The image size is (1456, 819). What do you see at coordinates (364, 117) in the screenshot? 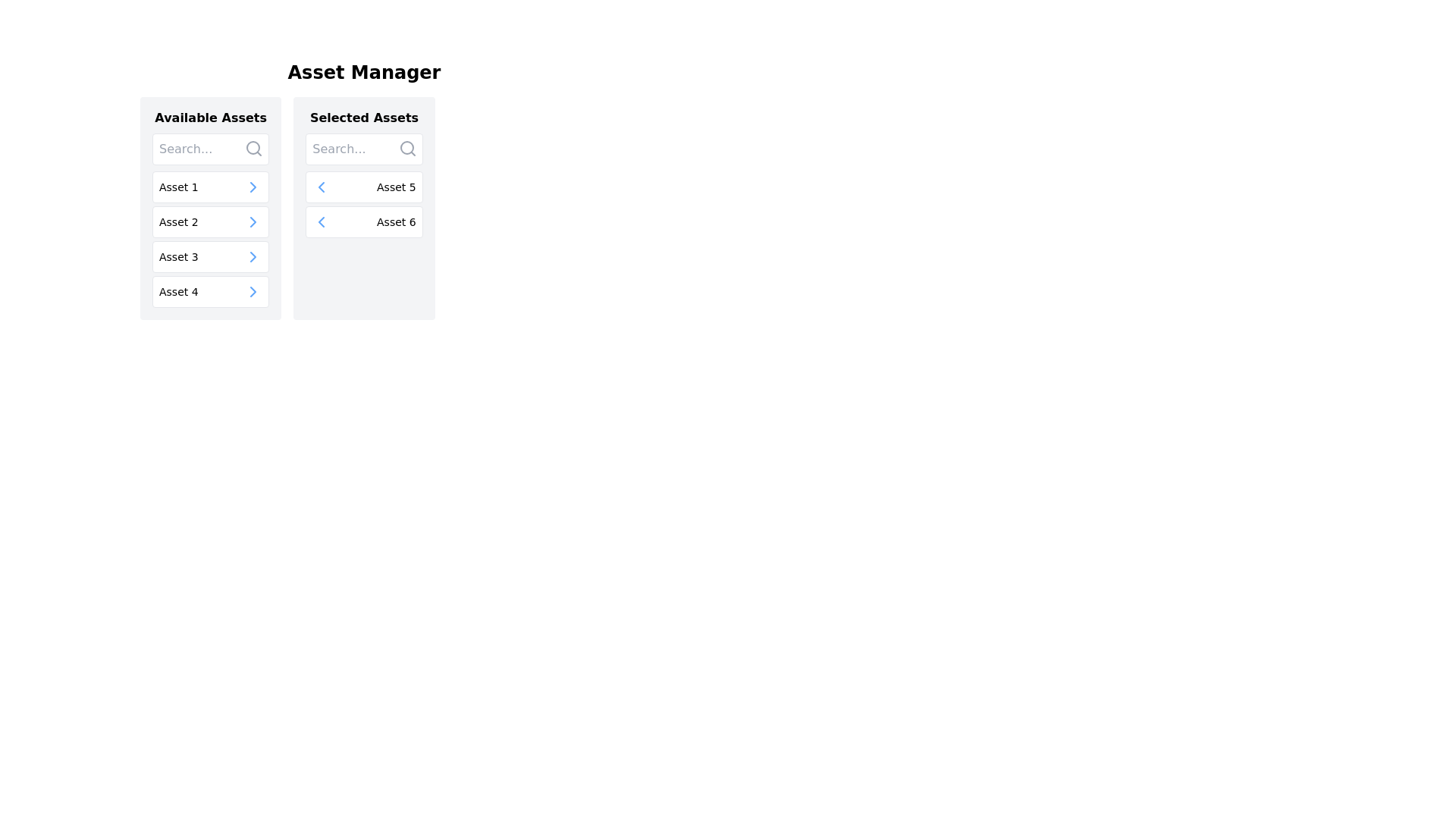
I see `the bold label with the text 'Selected Assets', located at the top of the right panel under the header 'Asset Manager'` at bounding box center [364, 117].